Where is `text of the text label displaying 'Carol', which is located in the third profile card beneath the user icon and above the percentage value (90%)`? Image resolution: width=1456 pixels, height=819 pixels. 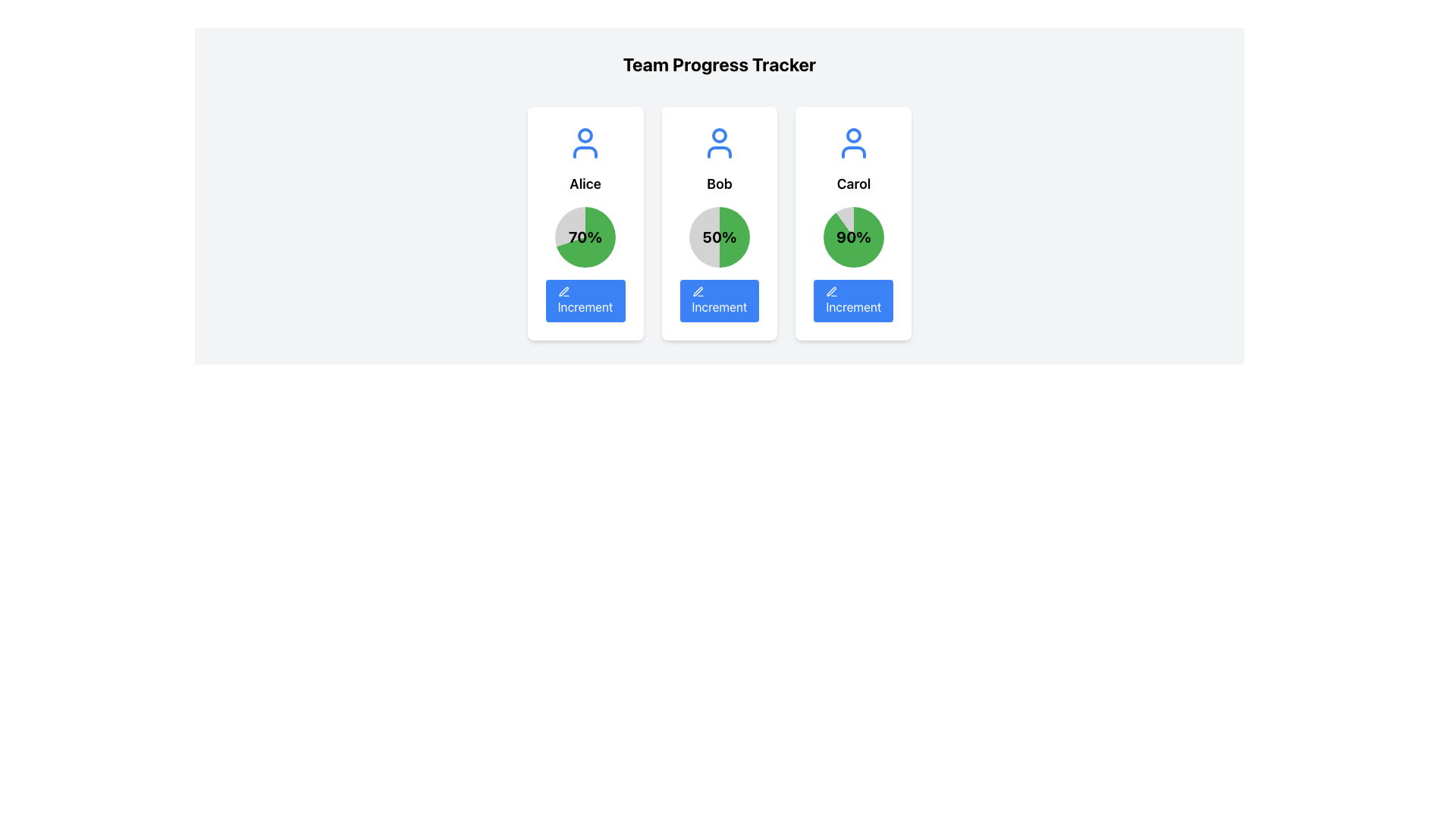
text of the text label displaying 'Carol', which is located in the third profile card beneath the user icon and above the percentage value (90%) is located at coordinates (853, 184).